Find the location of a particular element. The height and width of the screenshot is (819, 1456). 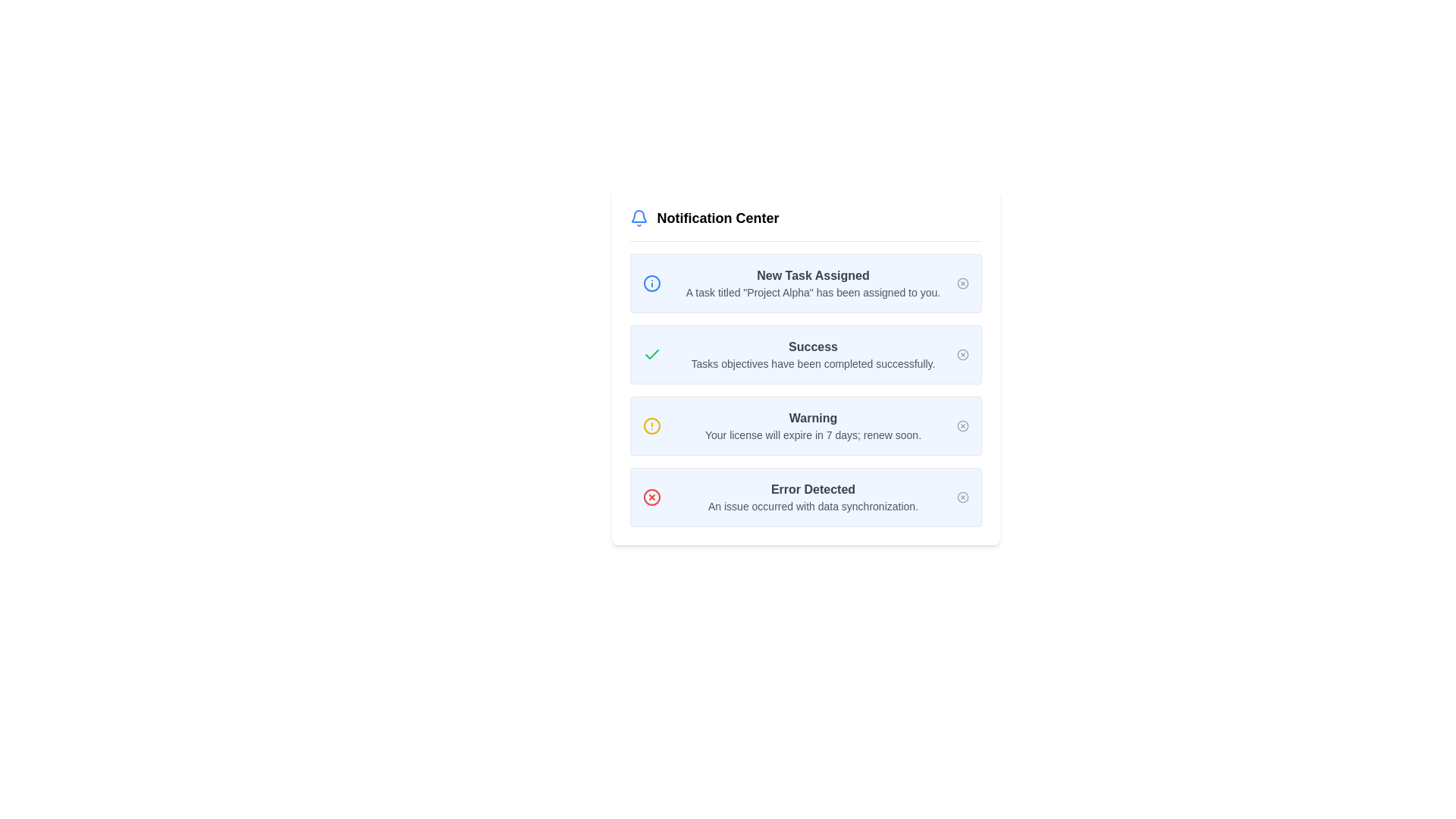

the circular warning icon with a yellow outline located in the Notification Center, which is the third notification icon from the top, positioned to the left of the text labeled 'Warning' is located at coordinates (651, 426).